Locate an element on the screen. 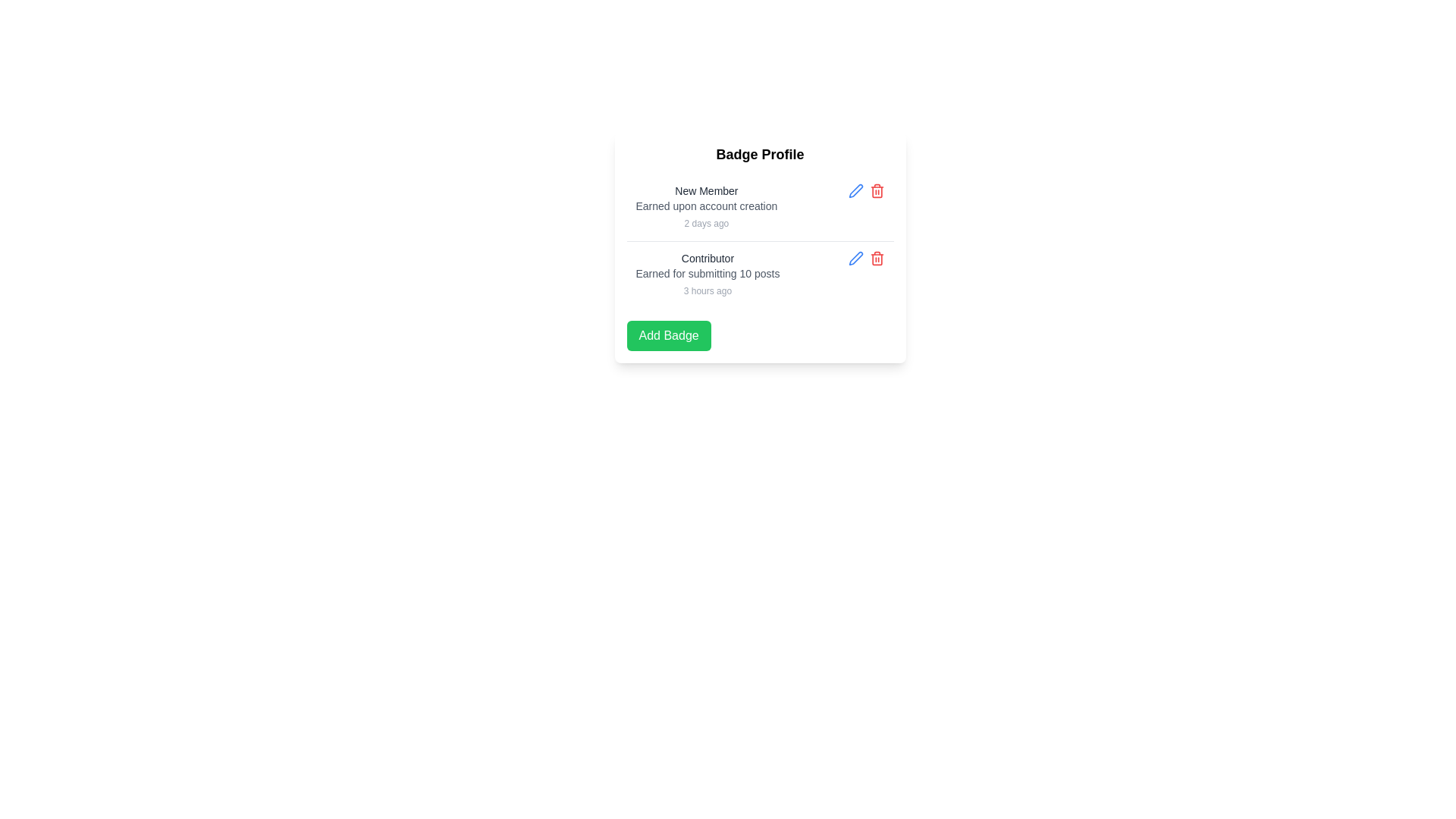 The image size is (1456, 819). the static text label displaying '3 hours ago', which is positioned below the description text 'Earned for submitting 10 posts' and above the 'Add Badge' button is located at coordinates (707, 291).